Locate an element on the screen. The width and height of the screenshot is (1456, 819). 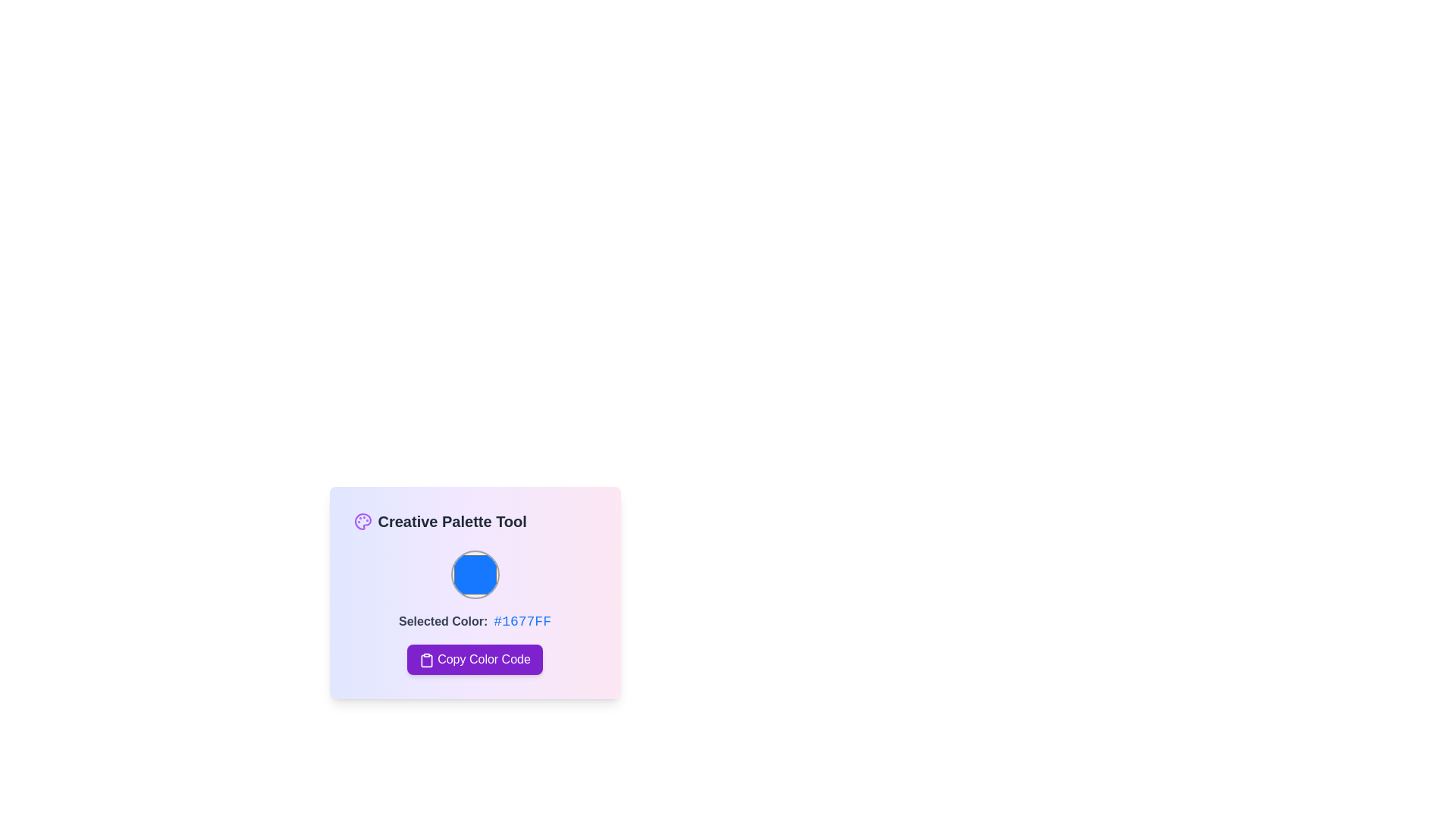
the Color selection indicator representing the currently selected color (#1677FF) to confirm color selection or trigger additional actions is located at coordinates (474, 575).